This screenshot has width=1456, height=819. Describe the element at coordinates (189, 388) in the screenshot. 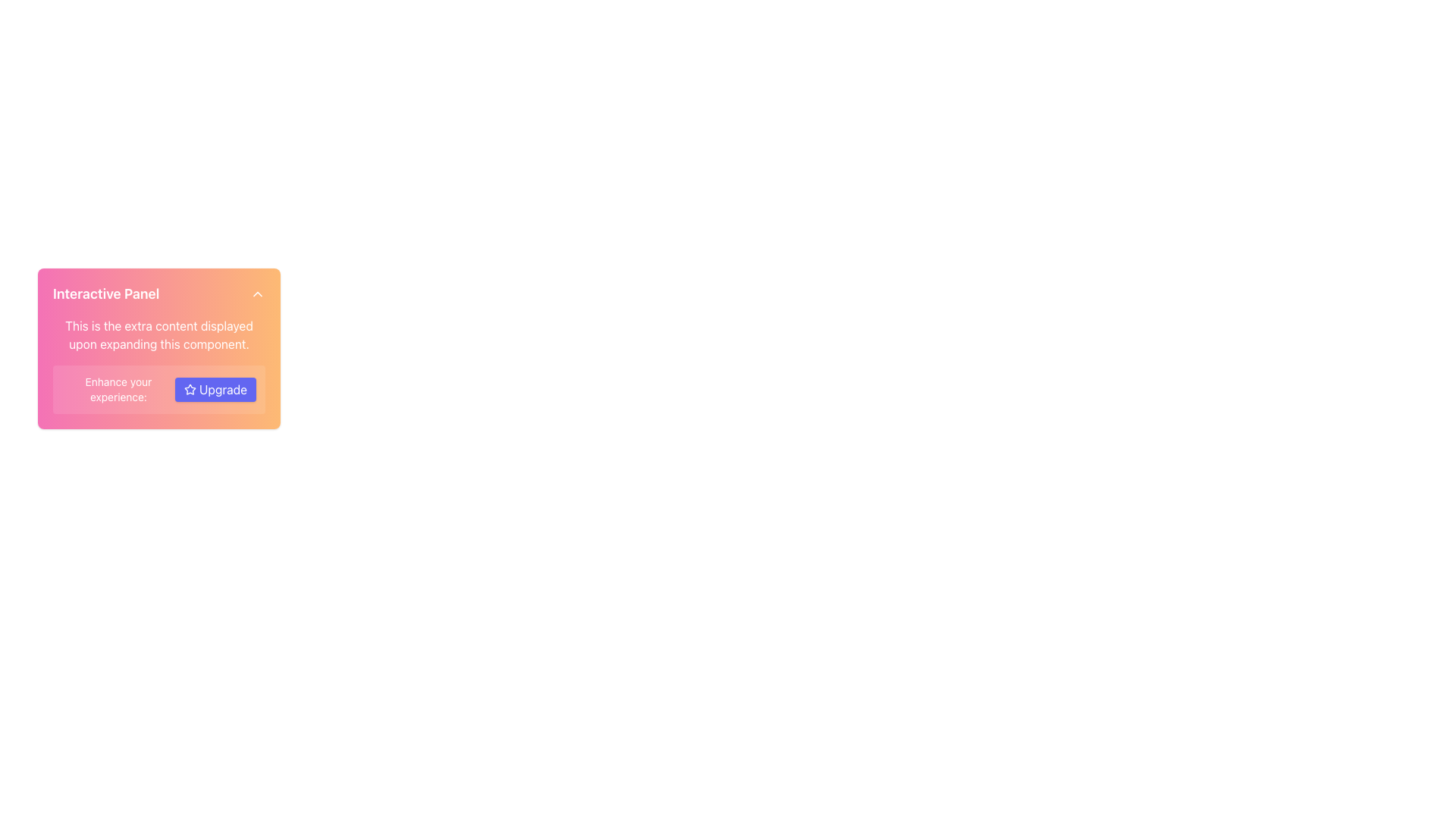

I see `the star icon to the left of the 'Upgrade' text within the blue rounded button in the 'Interactive Panel'` at that location.